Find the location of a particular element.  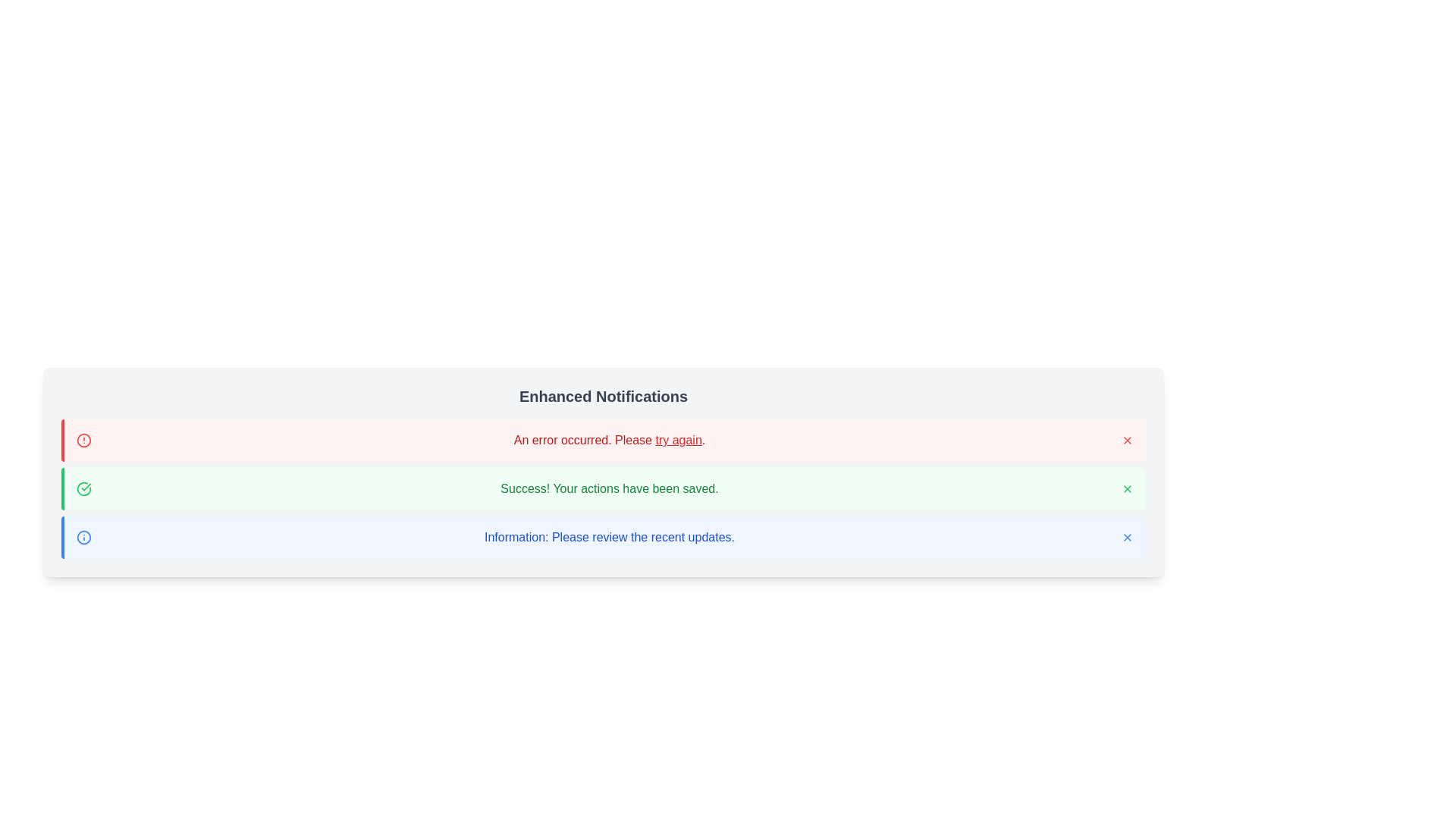

the circular checkmark icon with a green outline located in the second notification block from the top, adjacent to the text 'Success! Your actions have been saved.' is located at coordinates (83, 488).